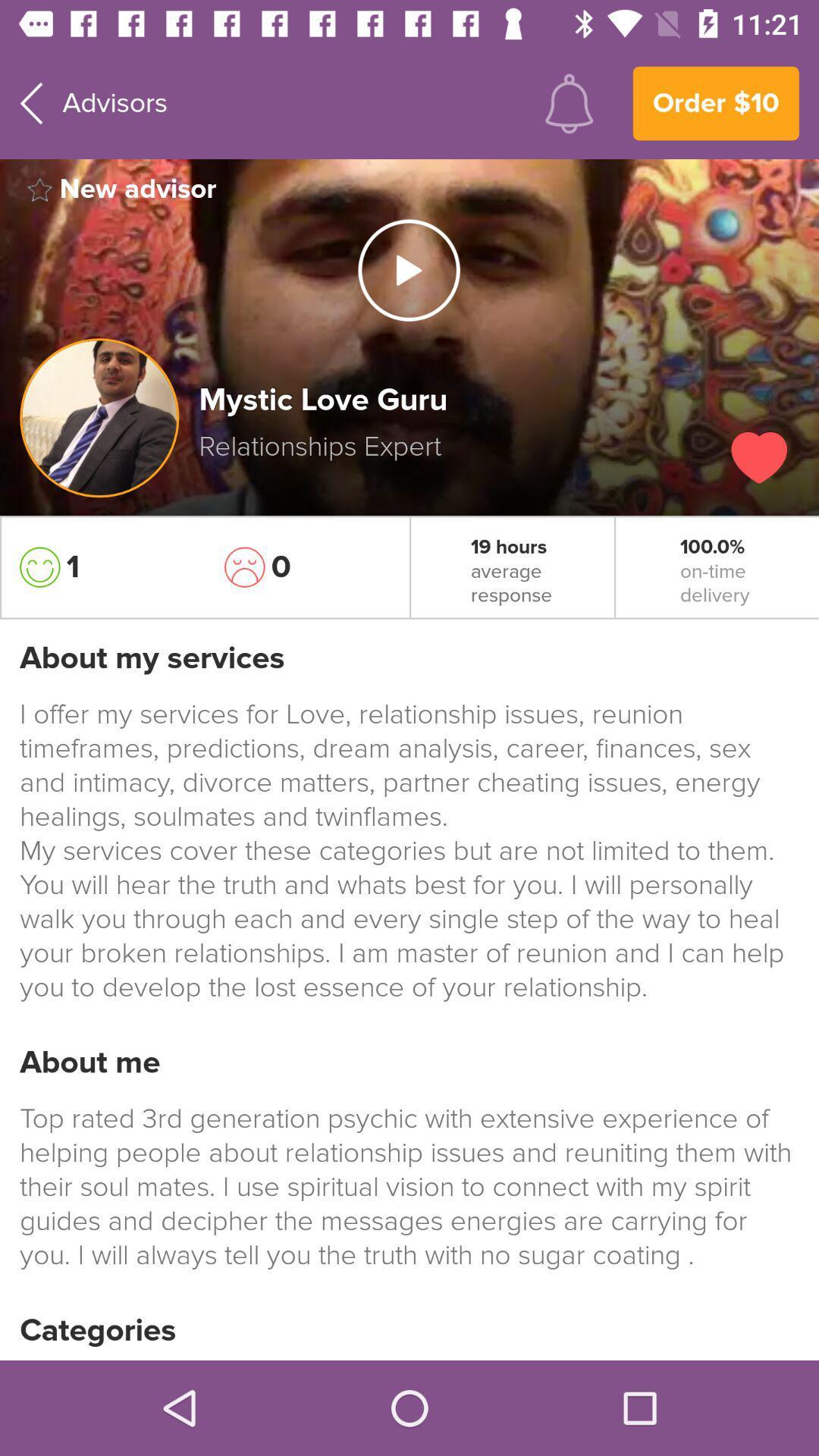  I want to click on the order $10 item, so click(716, 102).